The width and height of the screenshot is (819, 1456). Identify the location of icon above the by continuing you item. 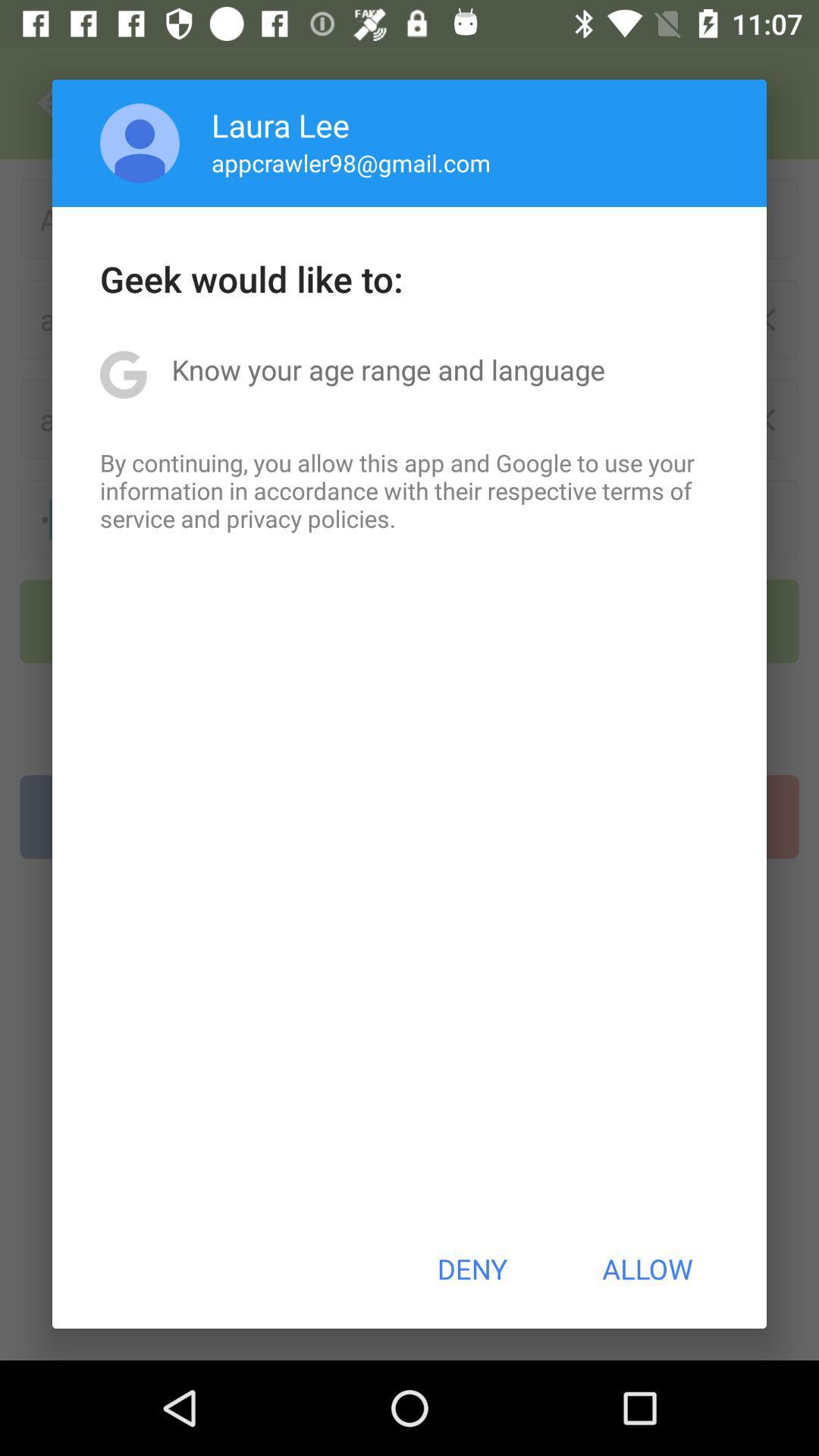
(388, 369).